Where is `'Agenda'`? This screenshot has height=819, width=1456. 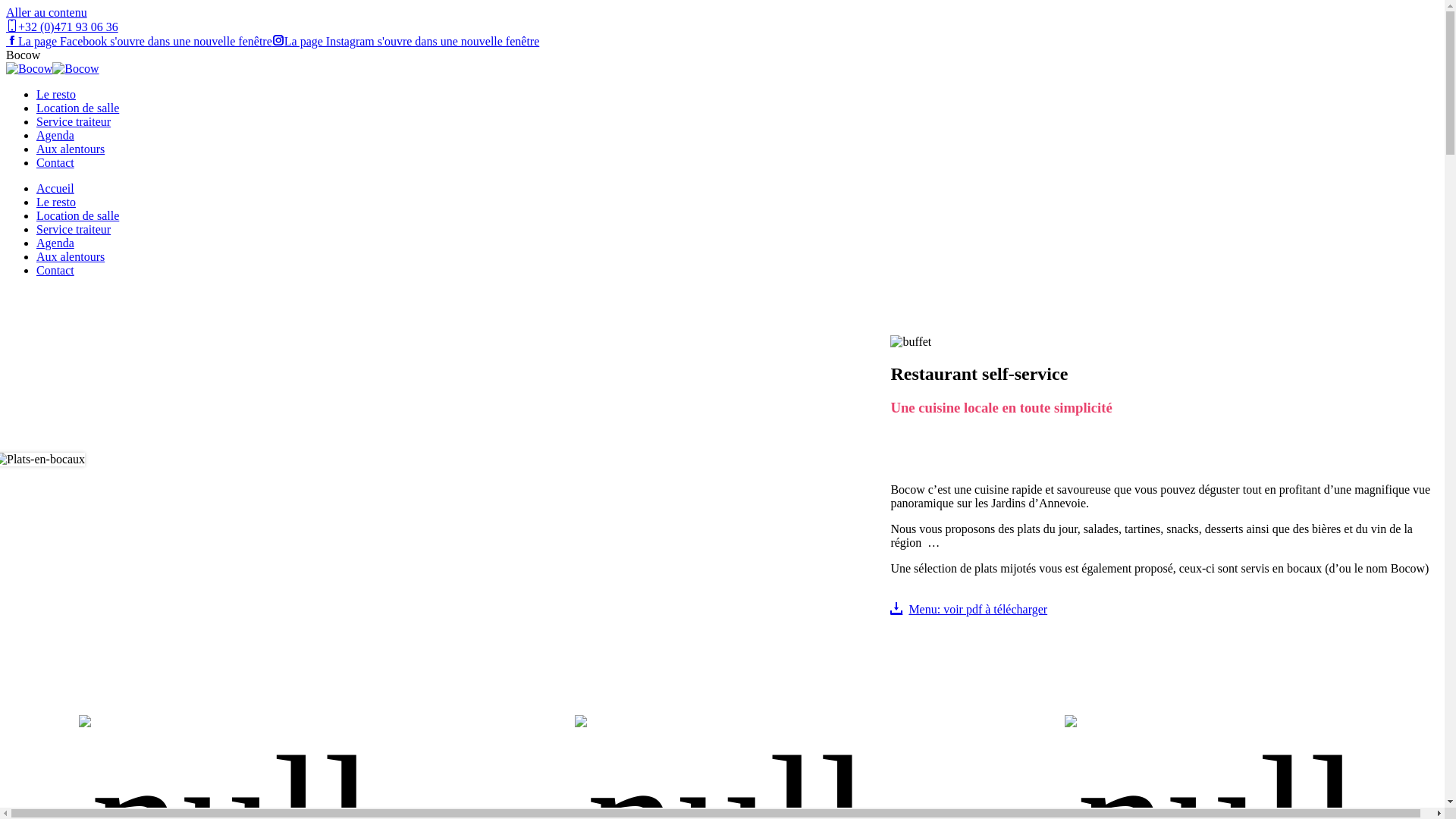
'Agenda' is located at coordinates (36, 134).